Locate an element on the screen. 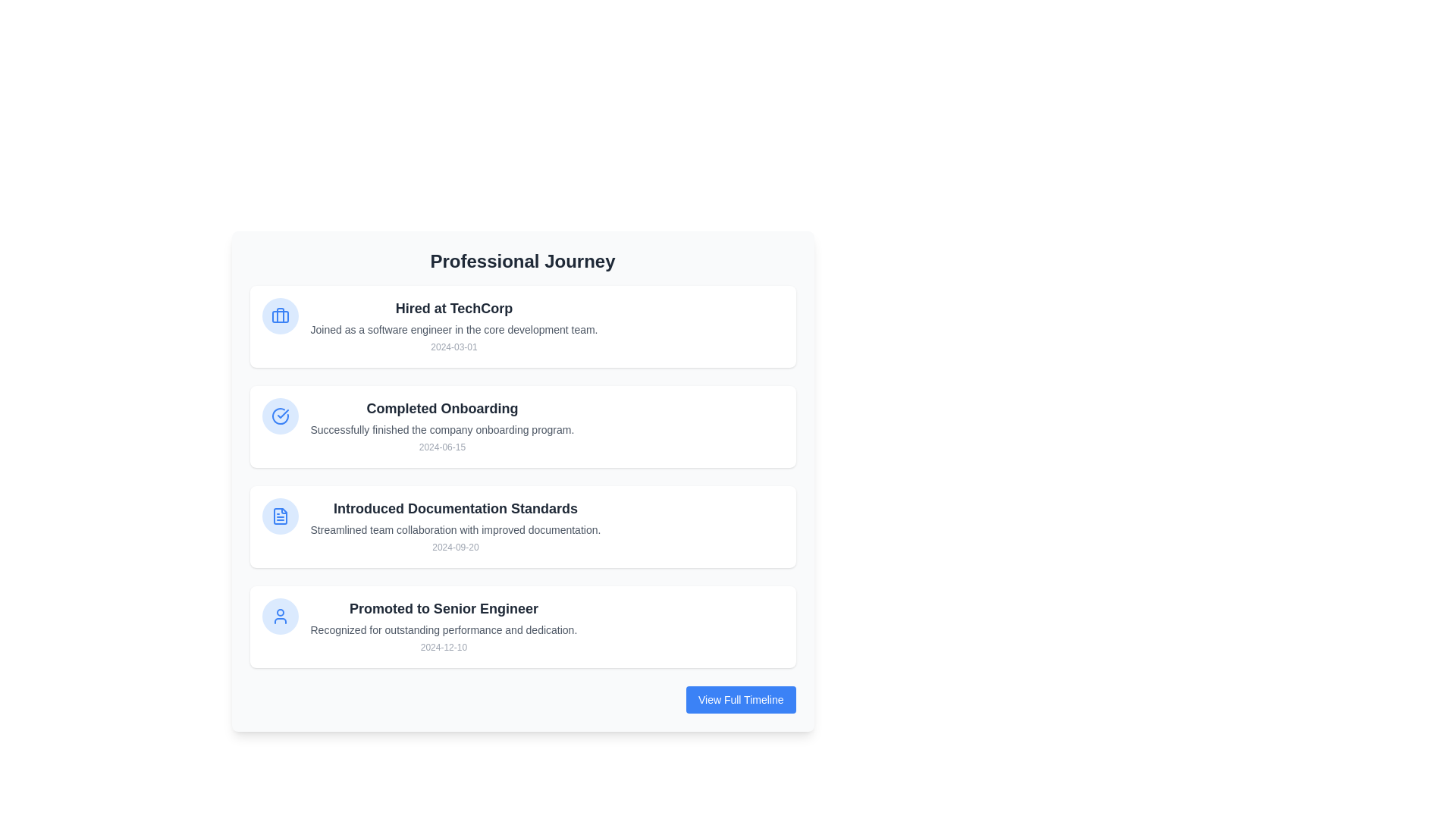  static text element that serves as a date indicator, located below the description text 'Streamlined team collaboration with improved documentation.' in the 'Introduced Documentation Standards' section is located at coordinates (454, 547).